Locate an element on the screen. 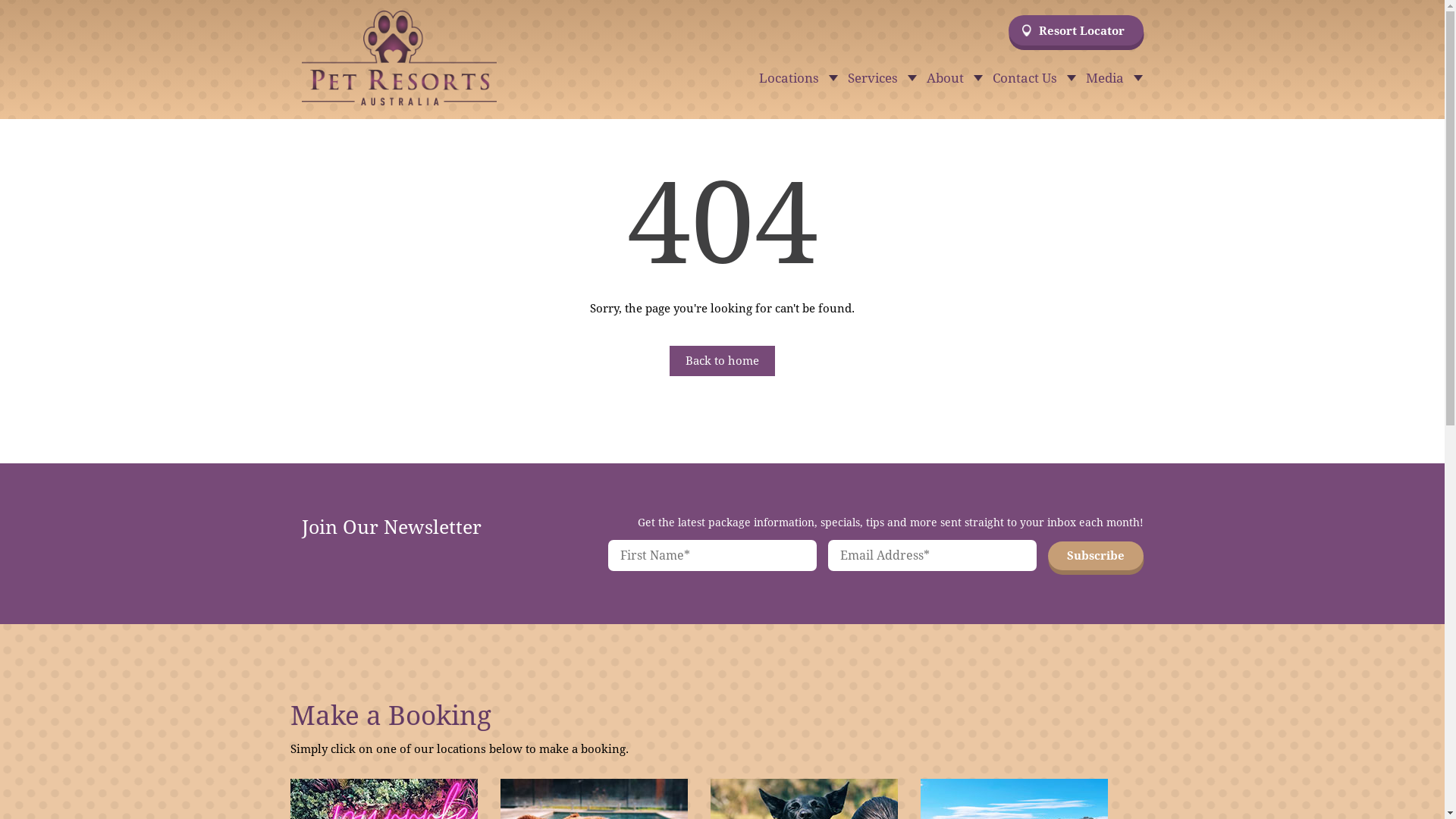 Image resolution: width=1456 pixels, height=819 pixels. 'Locations' is located at coordinates (794, 79).